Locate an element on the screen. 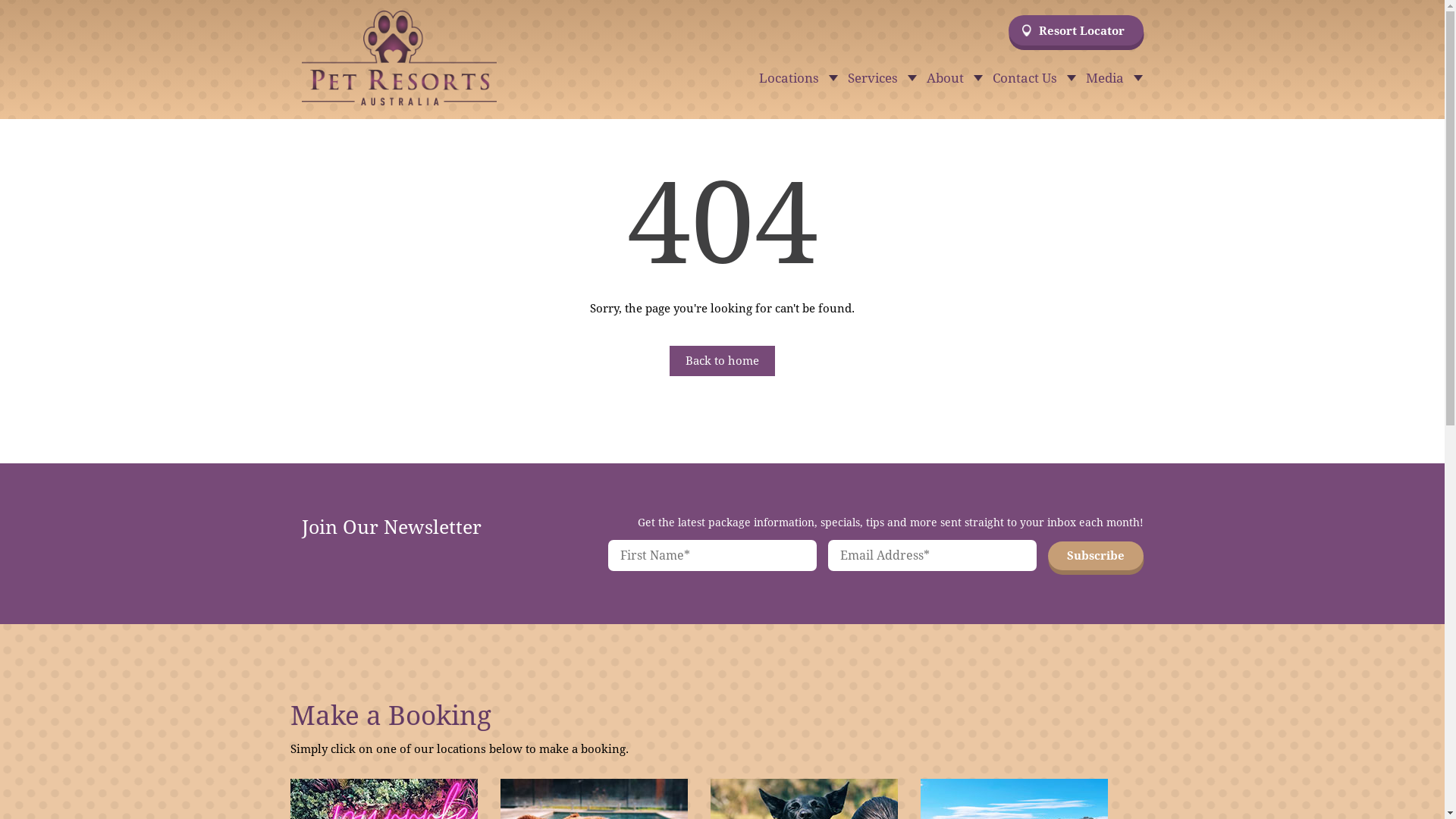 Image resolution: width=1456 pixels, height=819 pixels. 'Locations' is located at coordinates (794, 79).